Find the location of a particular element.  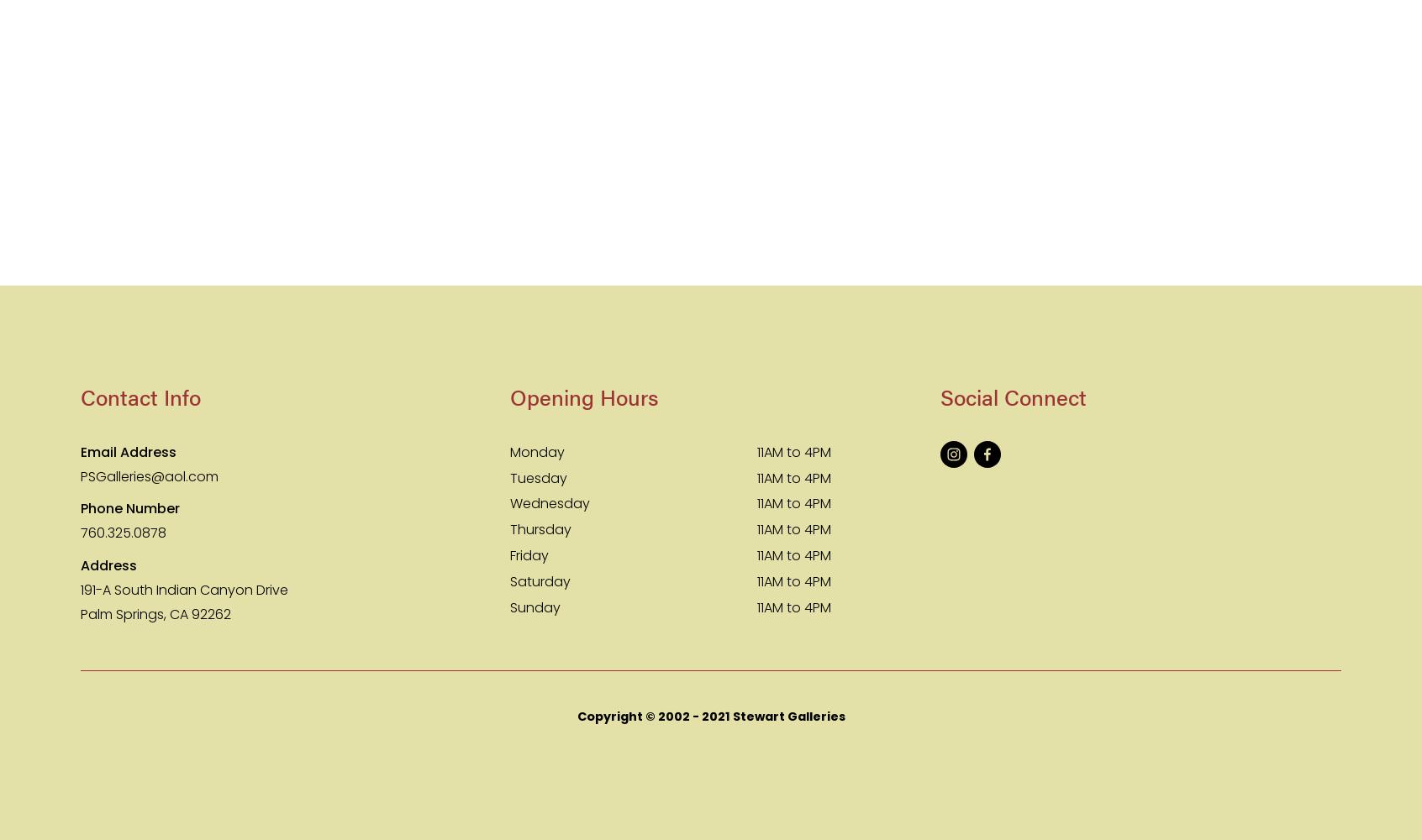

'Phone Number' is located at coordinates (80, 507).